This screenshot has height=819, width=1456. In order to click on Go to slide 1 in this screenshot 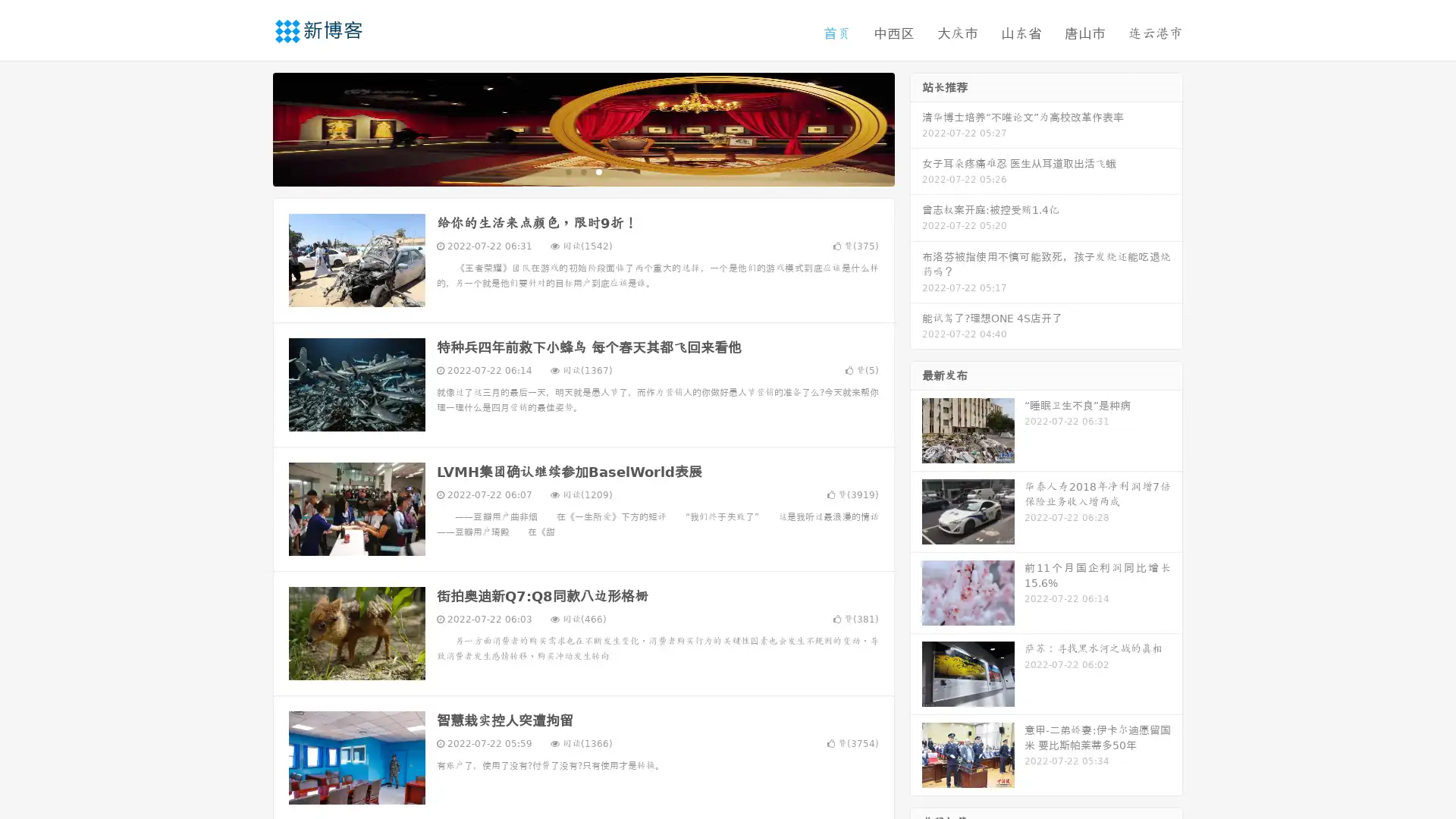, I will do `click(567, 171)`.